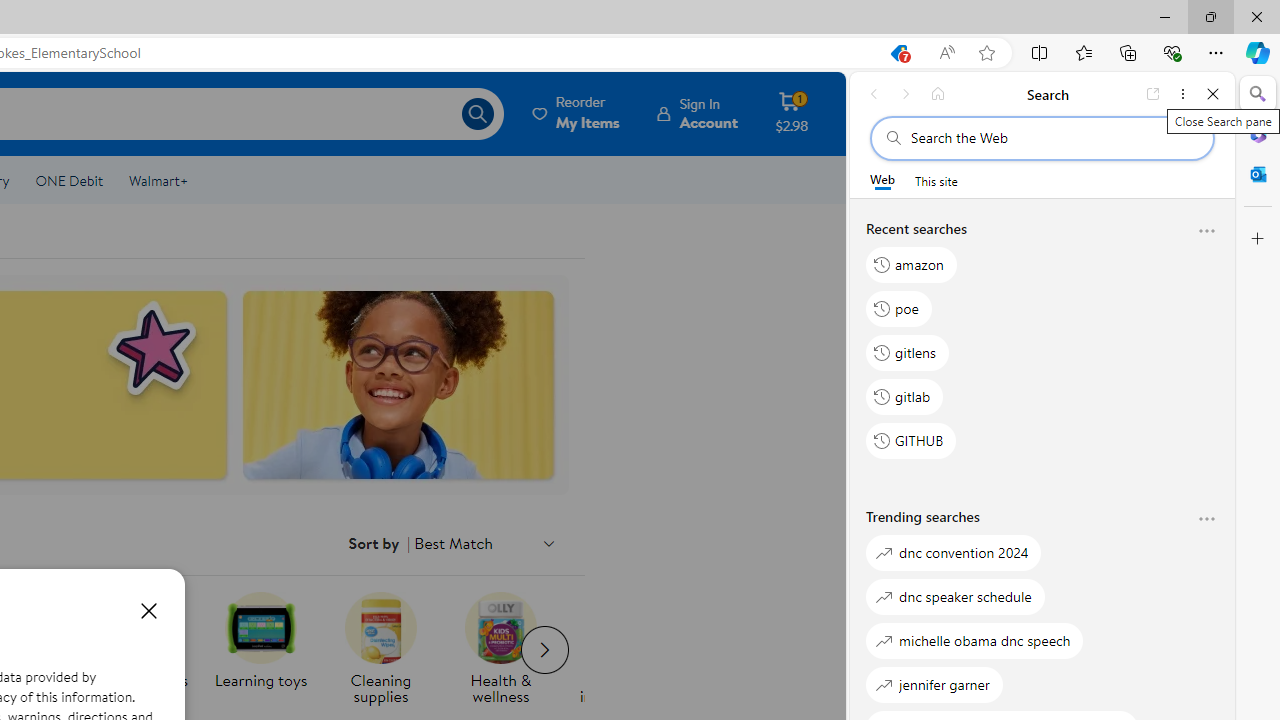  Describe the element at coordinates (934, 683) in the screenshot. I see `'jennifer garner'` at that location.